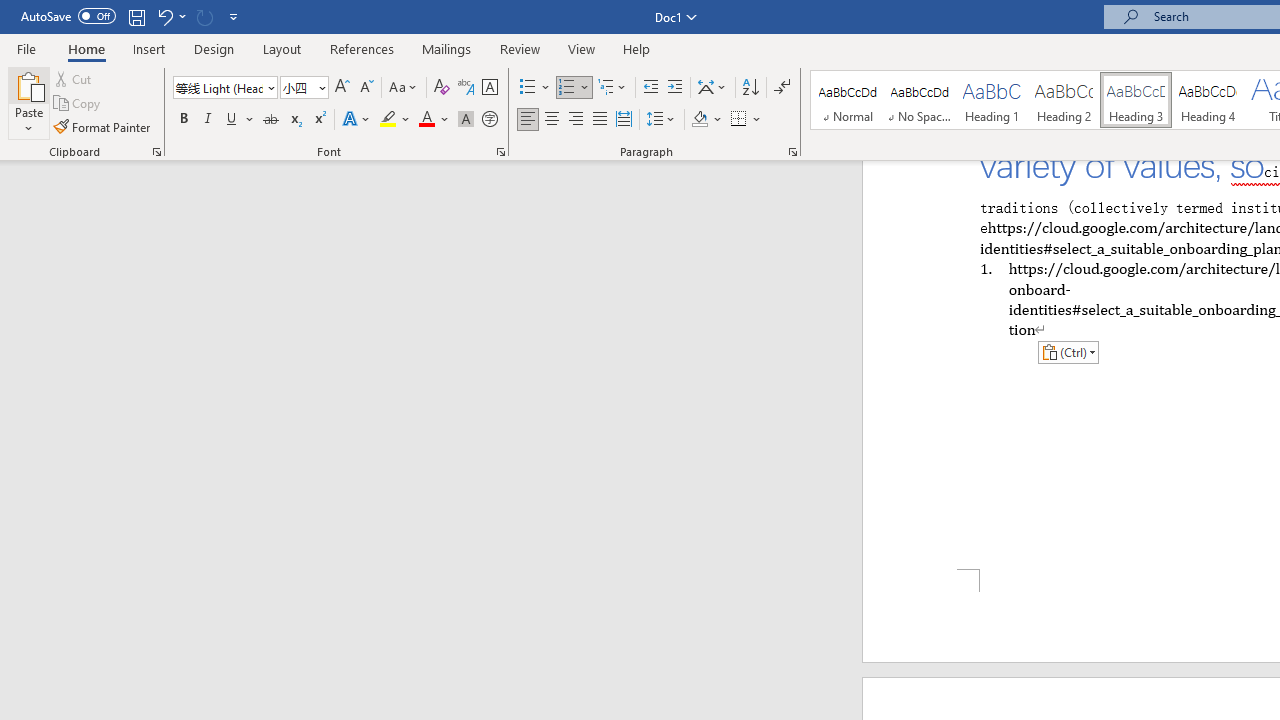 This screenshot has height=720, width=1280. I want to click on 'Clear Formatting', so click(441, 86).